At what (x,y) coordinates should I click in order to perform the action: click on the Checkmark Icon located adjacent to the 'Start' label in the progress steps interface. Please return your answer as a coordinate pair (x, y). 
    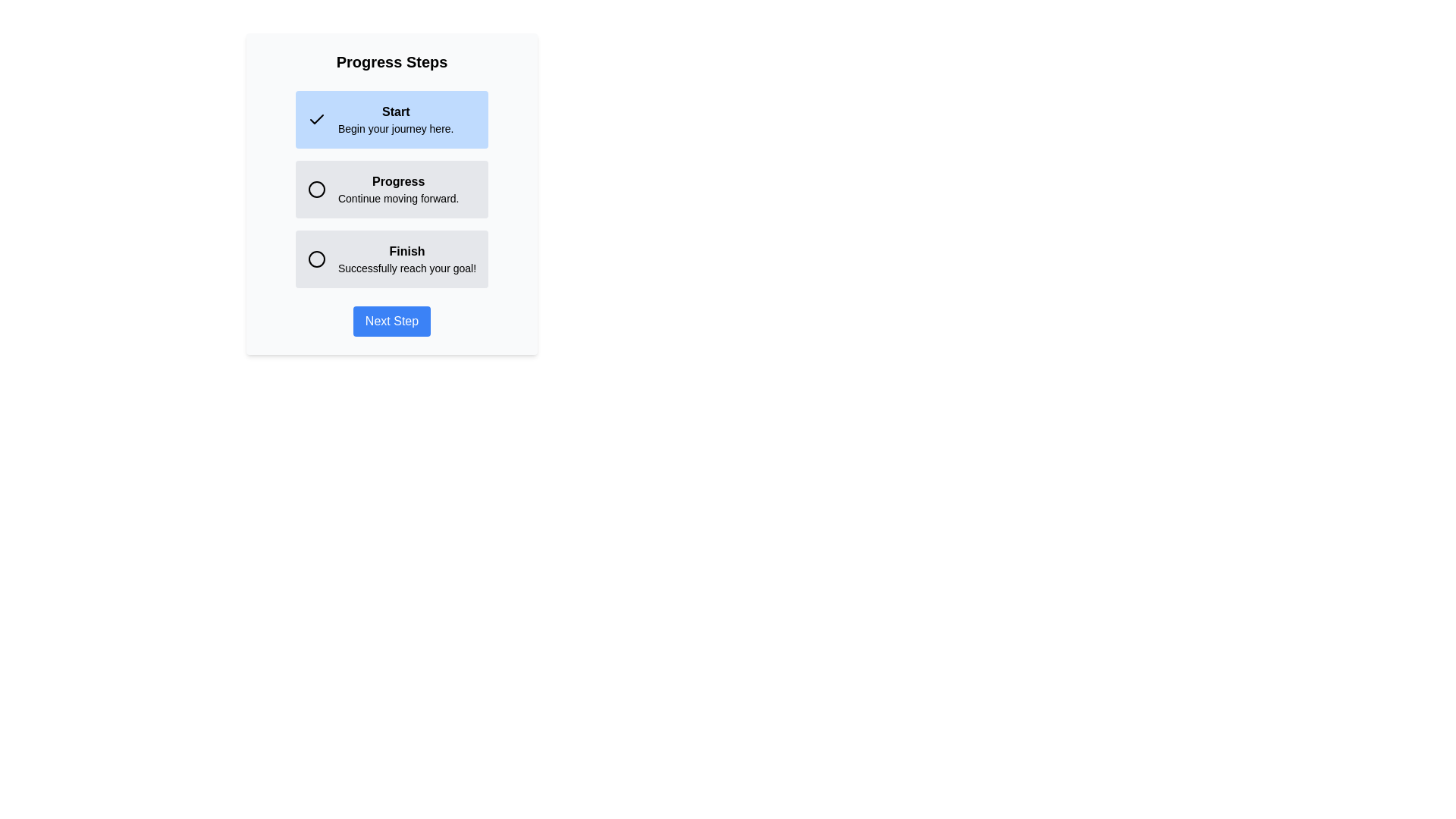
    Looking at the image, I should click on (315, 118).